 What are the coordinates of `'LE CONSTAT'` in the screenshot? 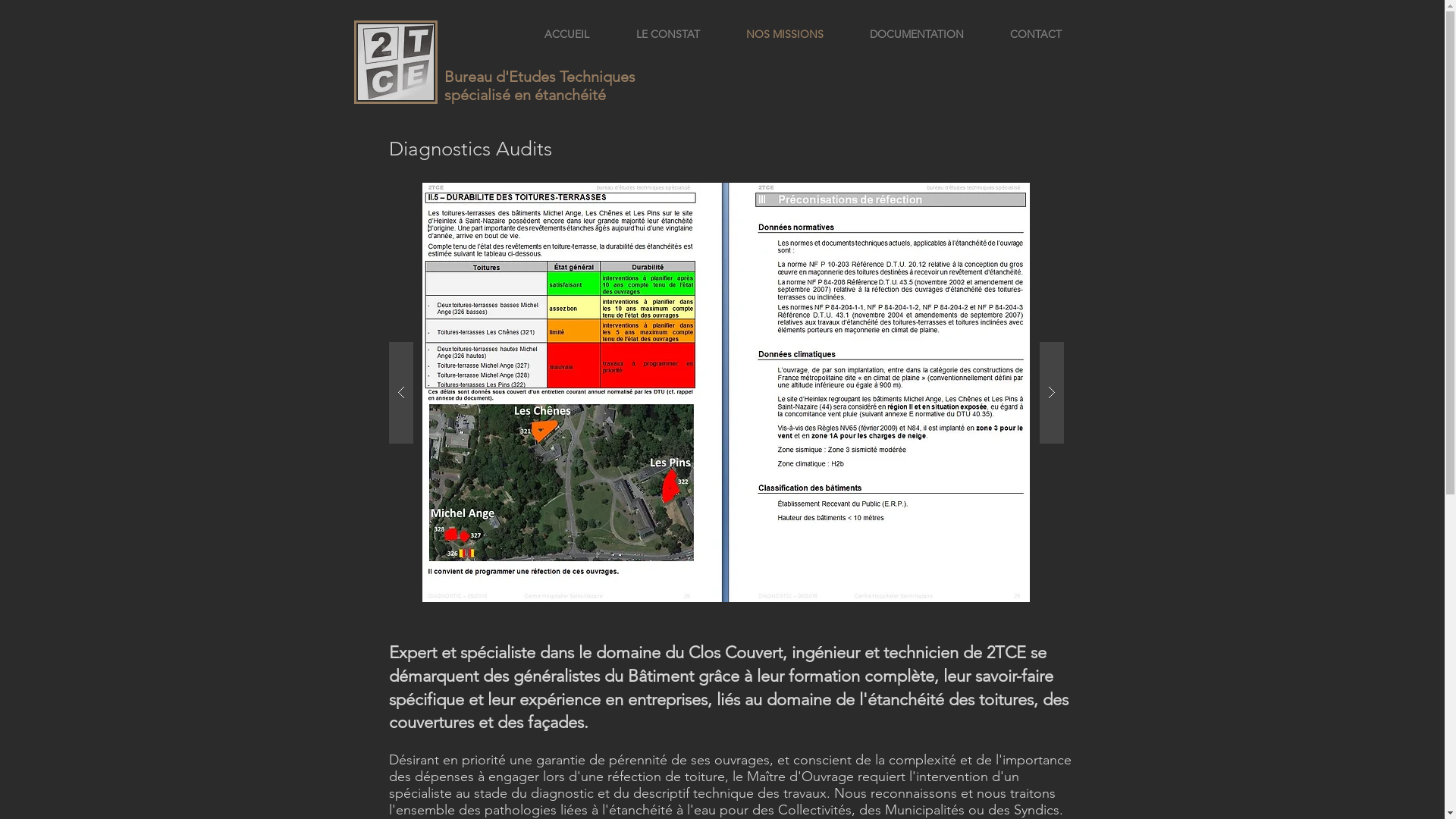 It's located at (667, 34).